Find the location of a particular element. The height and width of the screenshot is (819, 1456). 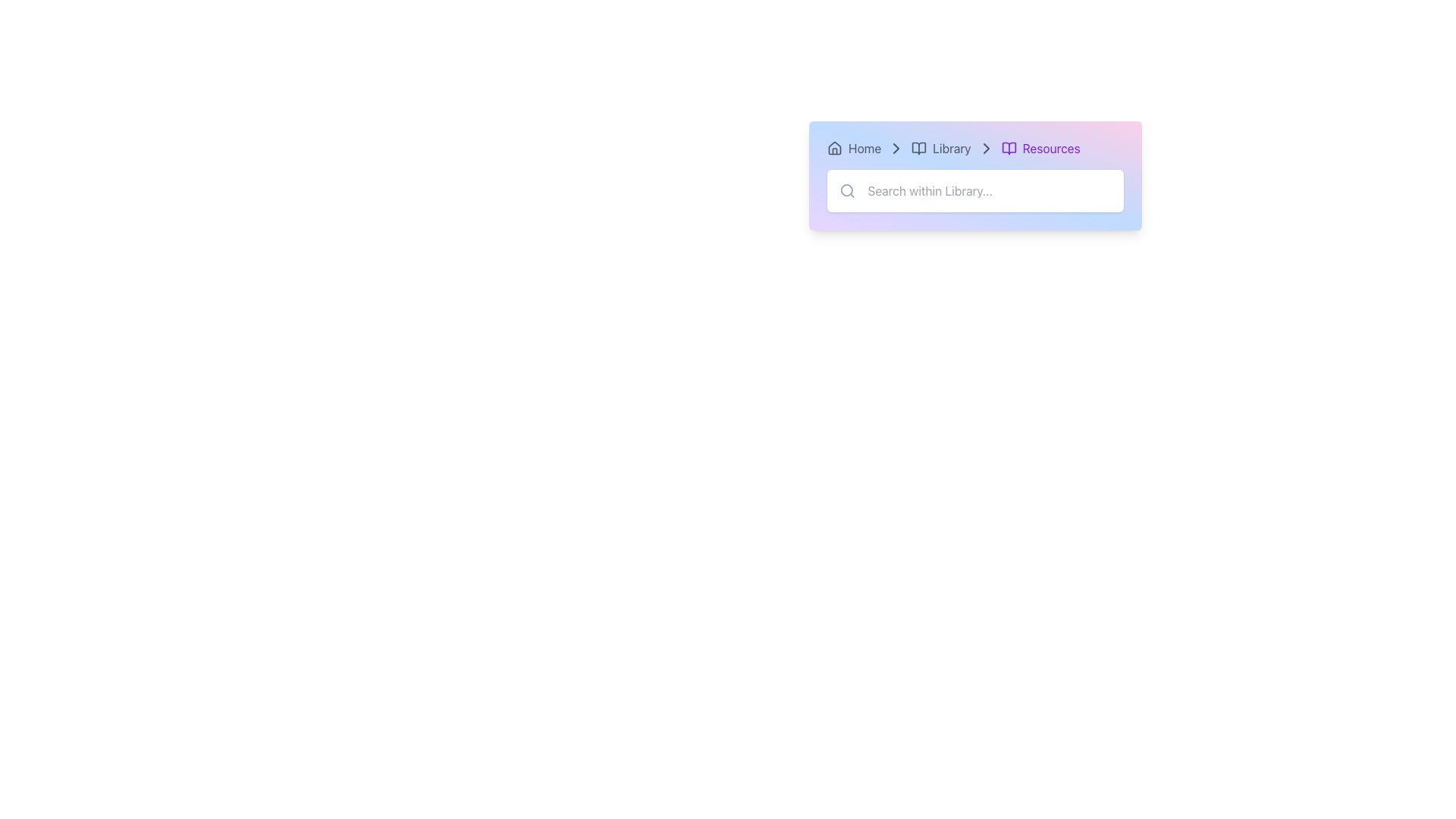

the static text label 'Library' in the breadcrumb navigation component, which serves as a reference point for navigation is located at coordinates (951, 149).